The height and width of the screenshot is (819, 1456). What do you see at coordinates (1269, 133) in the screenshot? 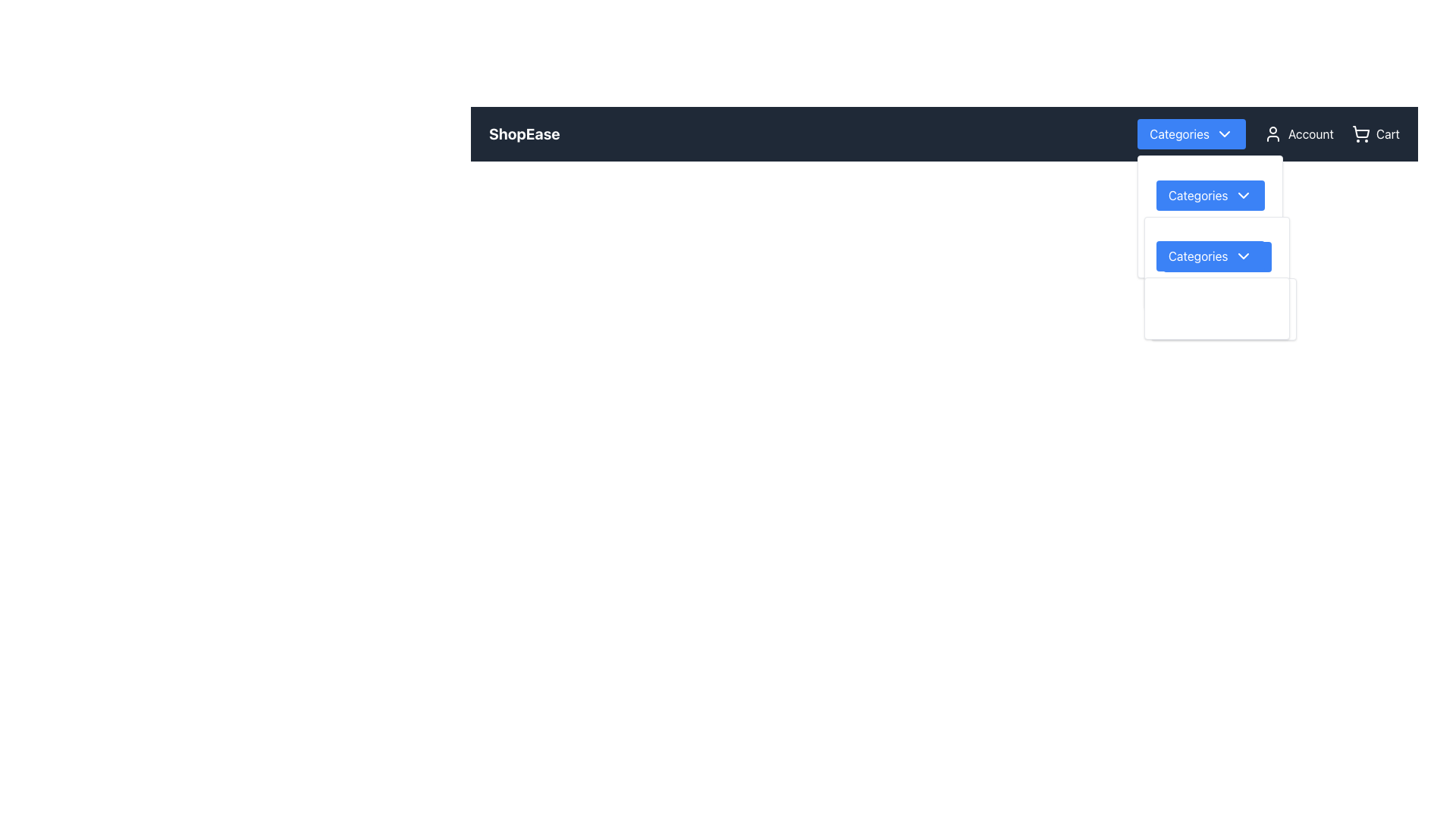
I see `the 'Account' button with a user icon in the navigation bar` at bounding box center [1269, 133].